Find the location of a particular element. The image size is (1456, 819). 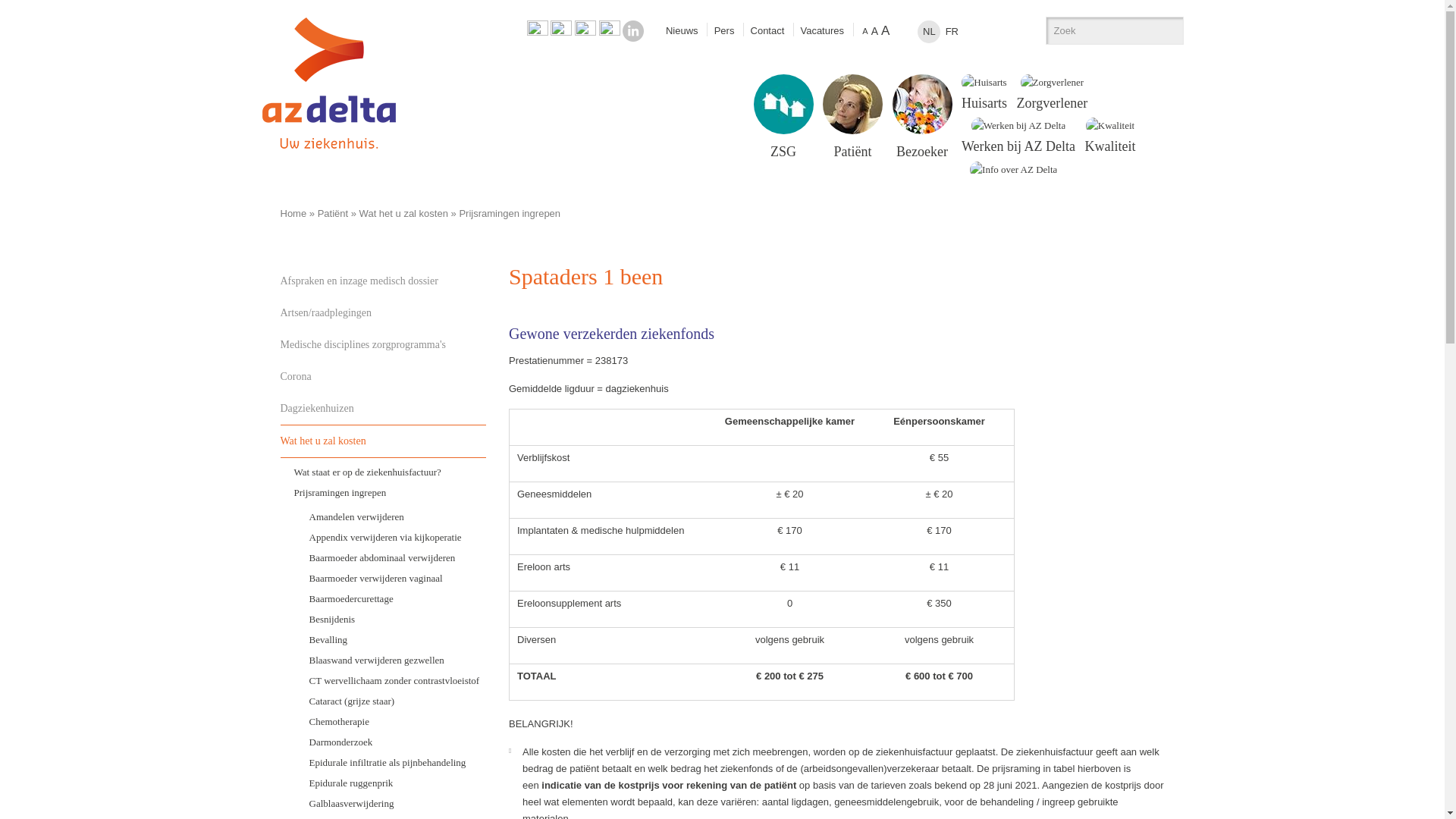

'Geef de zoektermen in waar u wil naar zoeken.' is located at coordinates (1099, 30).